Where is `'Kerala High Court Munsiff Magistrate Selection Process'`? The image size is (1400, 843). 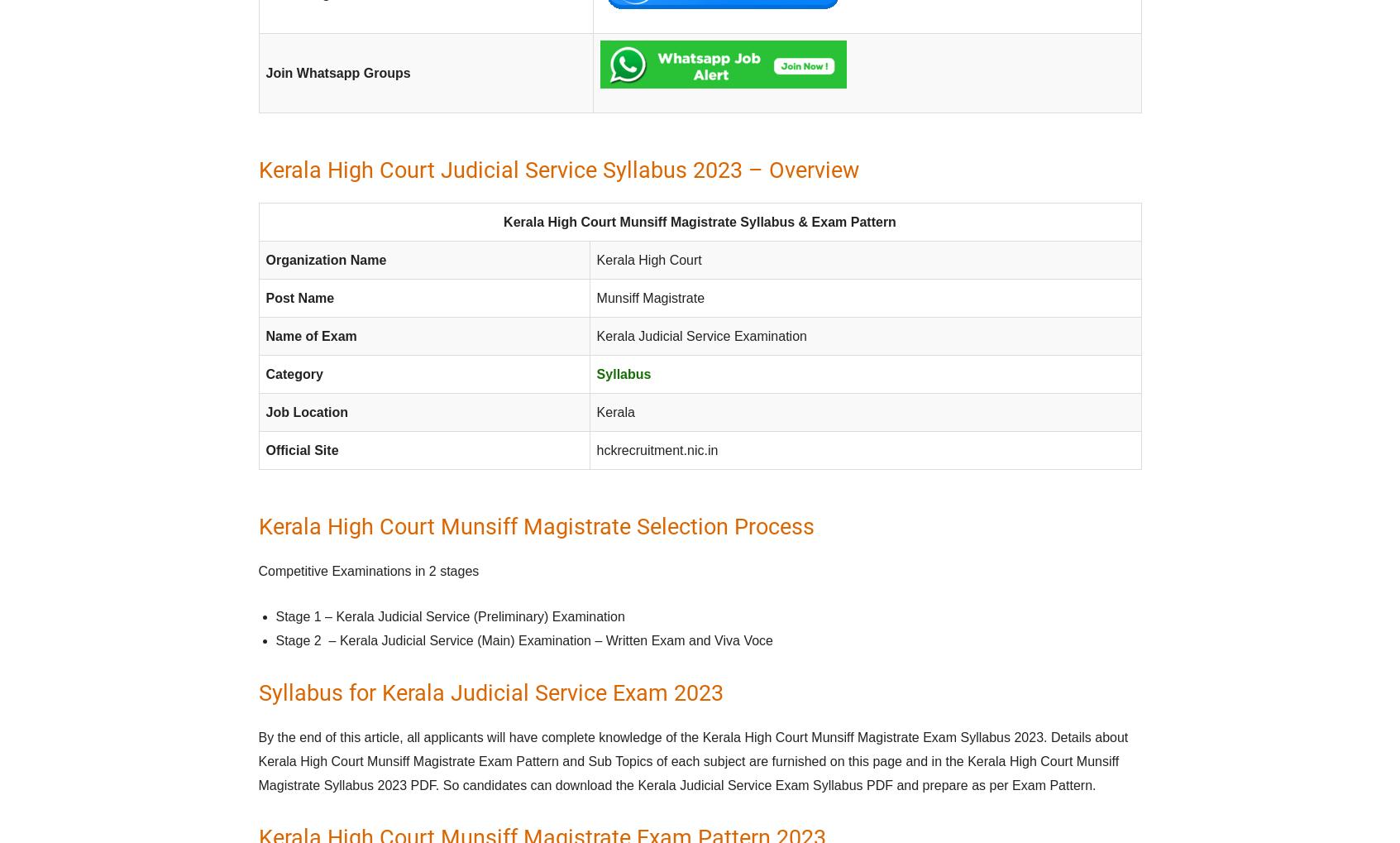 'Kerala High Court Munsiff Magistrate Selection Process' is located at coordinates (536, 526).